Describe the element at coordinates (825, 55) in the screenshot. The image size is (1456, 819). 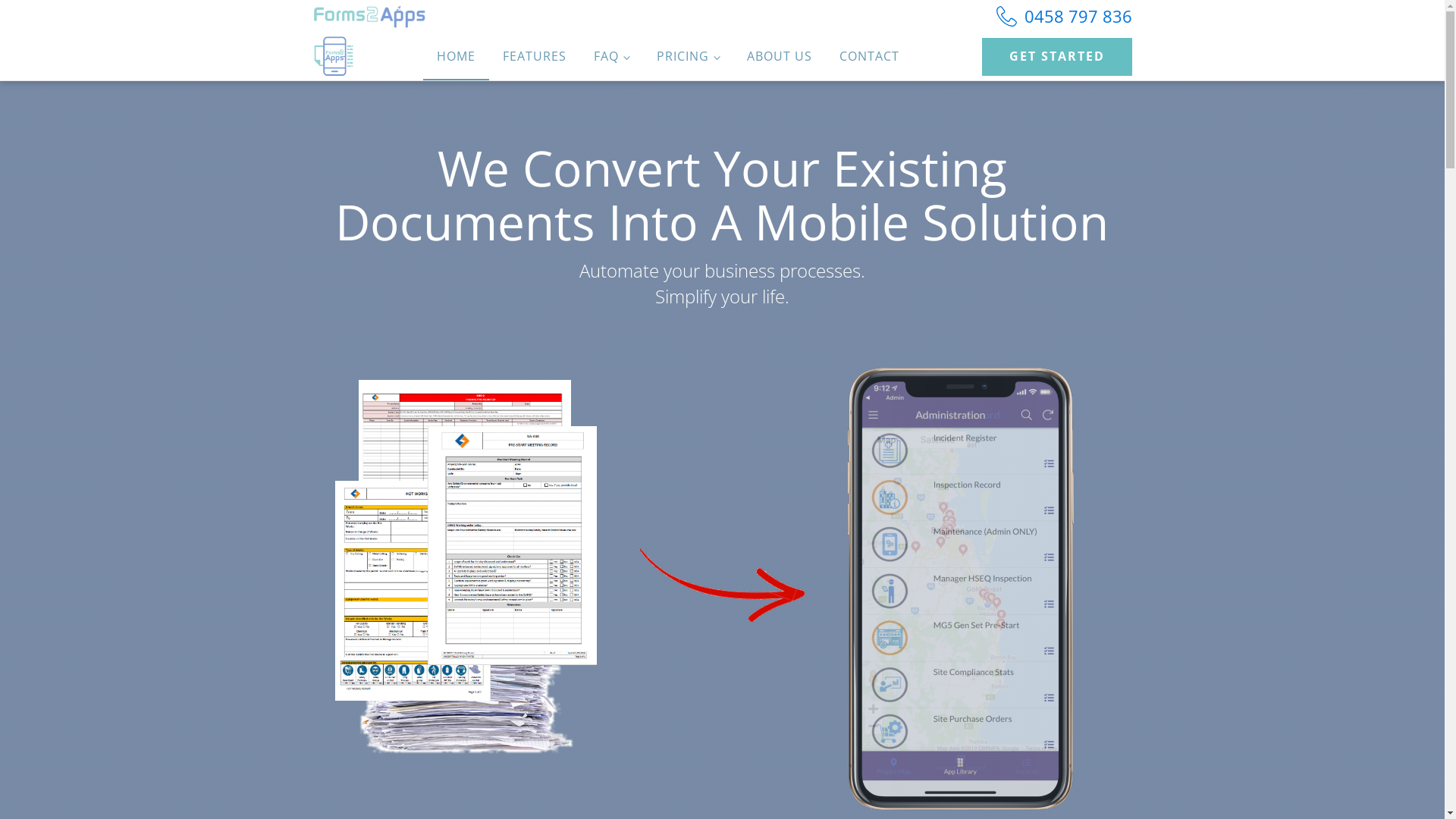
I see `'CONTACT'` at that location.